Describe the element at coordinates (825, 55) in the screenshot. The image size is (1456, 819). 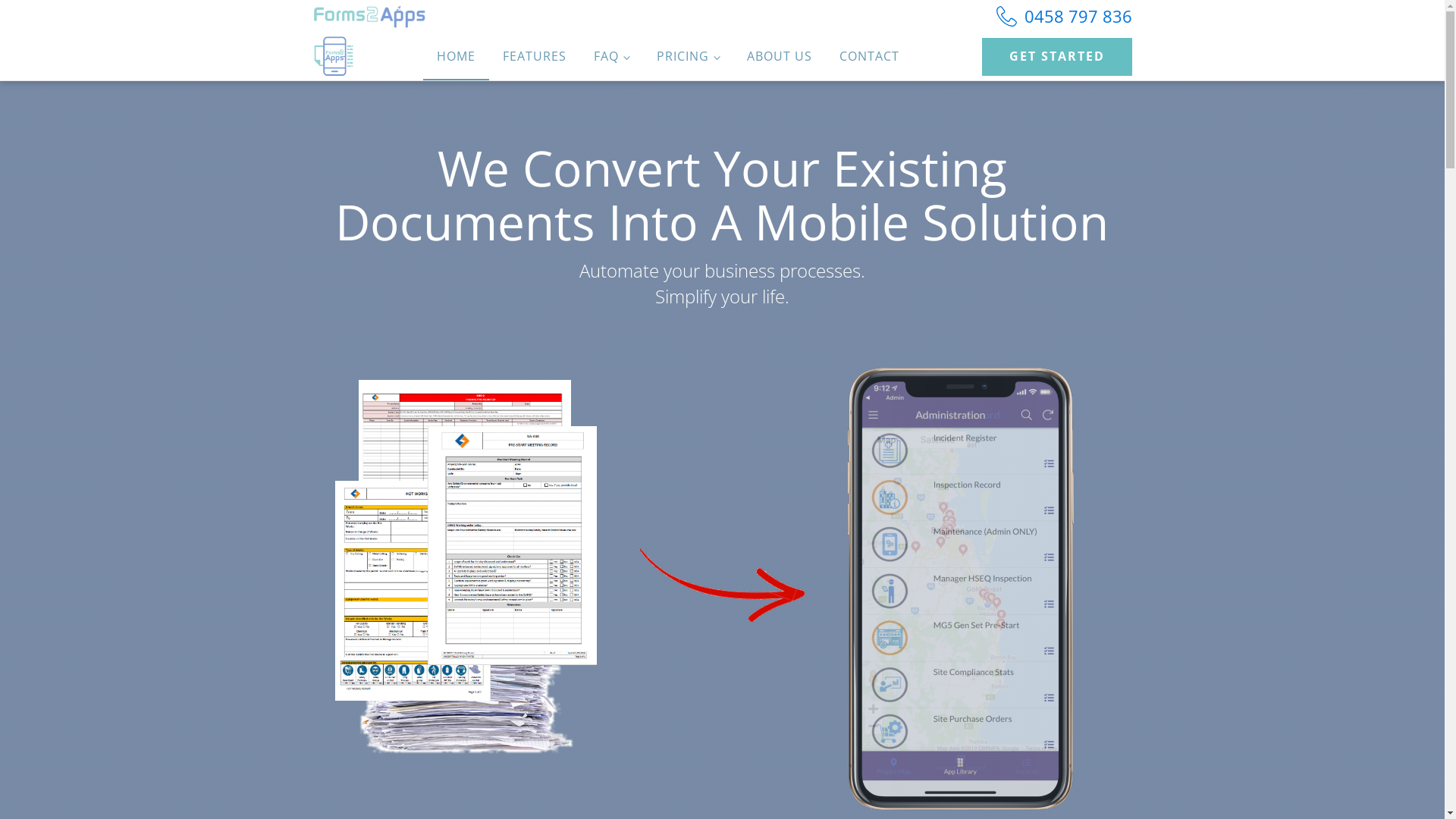
I see `'CONTACT'` at that location.